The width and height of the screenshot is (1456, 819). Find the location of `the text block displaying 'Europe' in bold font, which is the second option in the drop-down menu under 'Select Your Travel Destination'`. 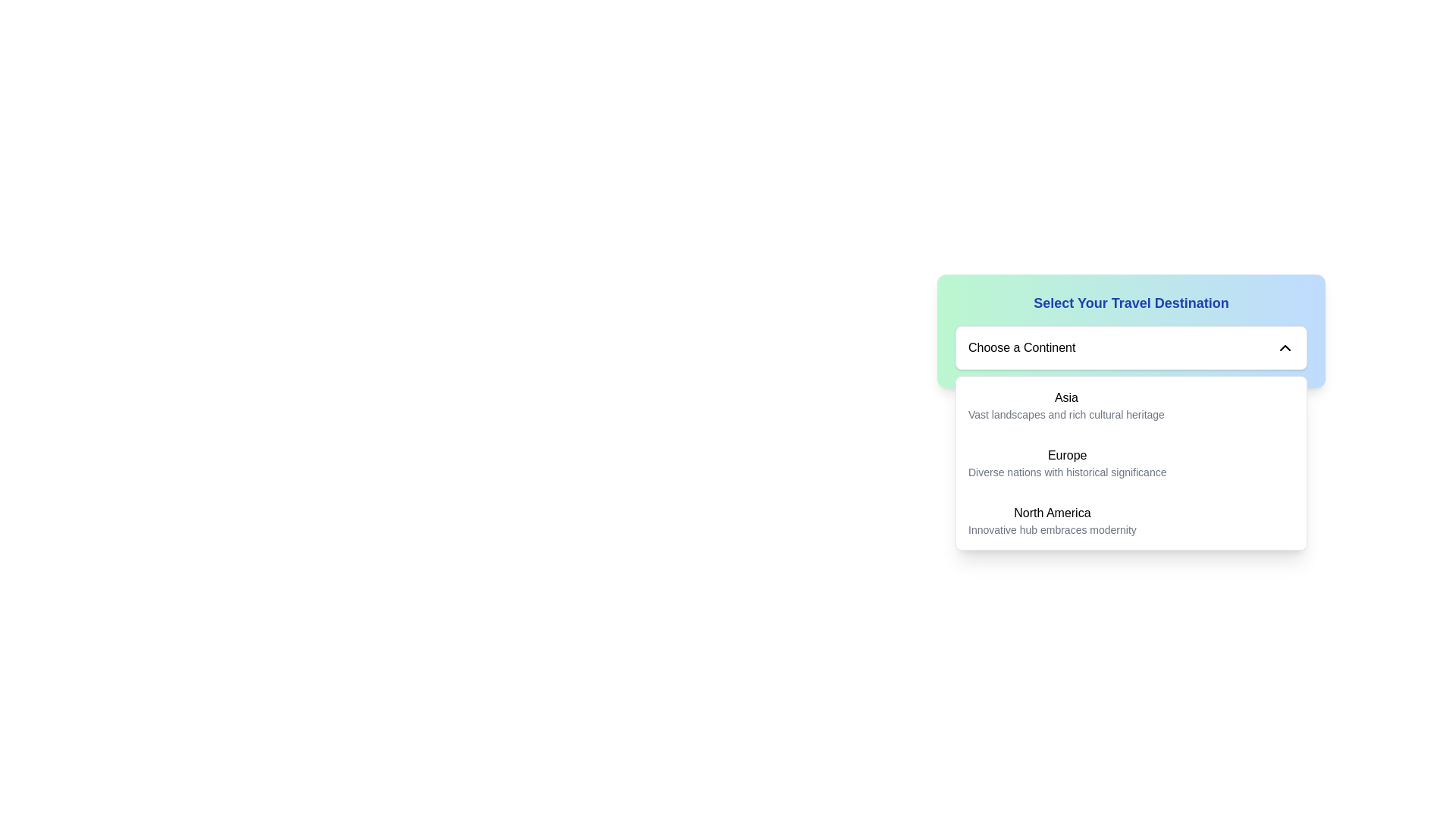

the text block displaying 'Europe' in bold font, which is the second option in the drop-down menu under 'Select Your Travel Destination' is located at coordinates (1066, 462).